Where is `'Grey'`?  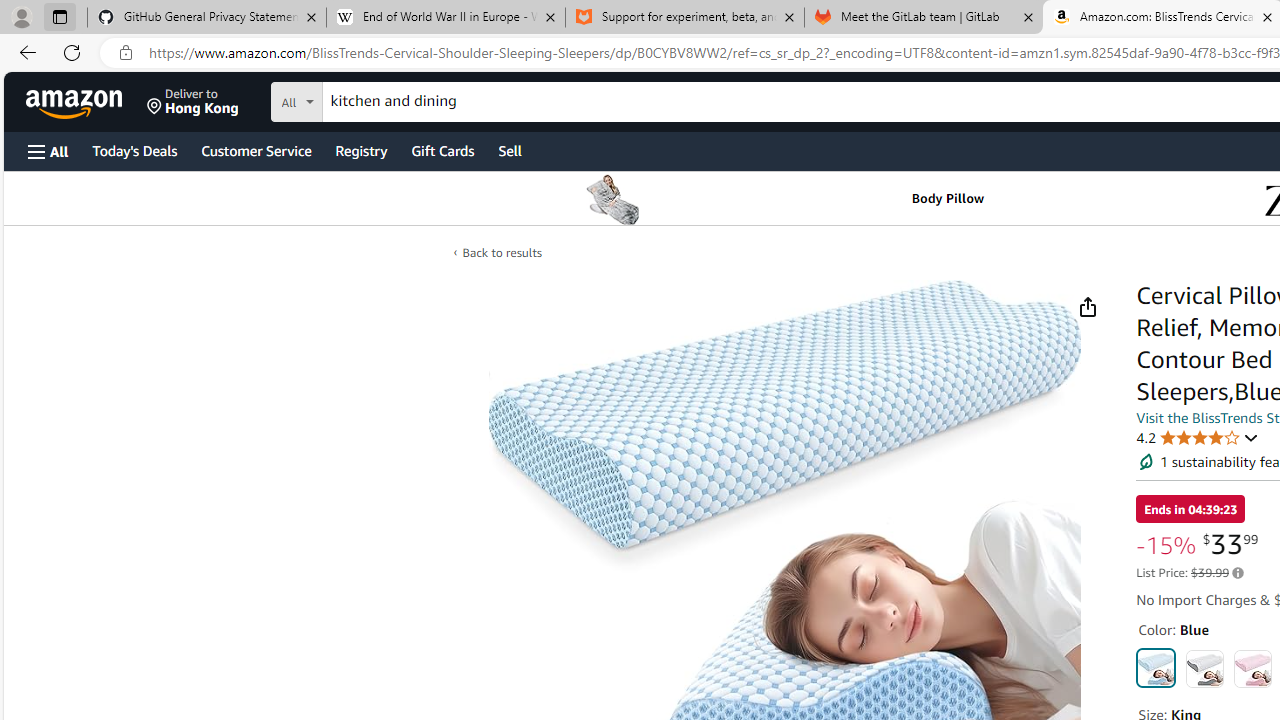
'Grey' is located at coordinates (1203, 668).